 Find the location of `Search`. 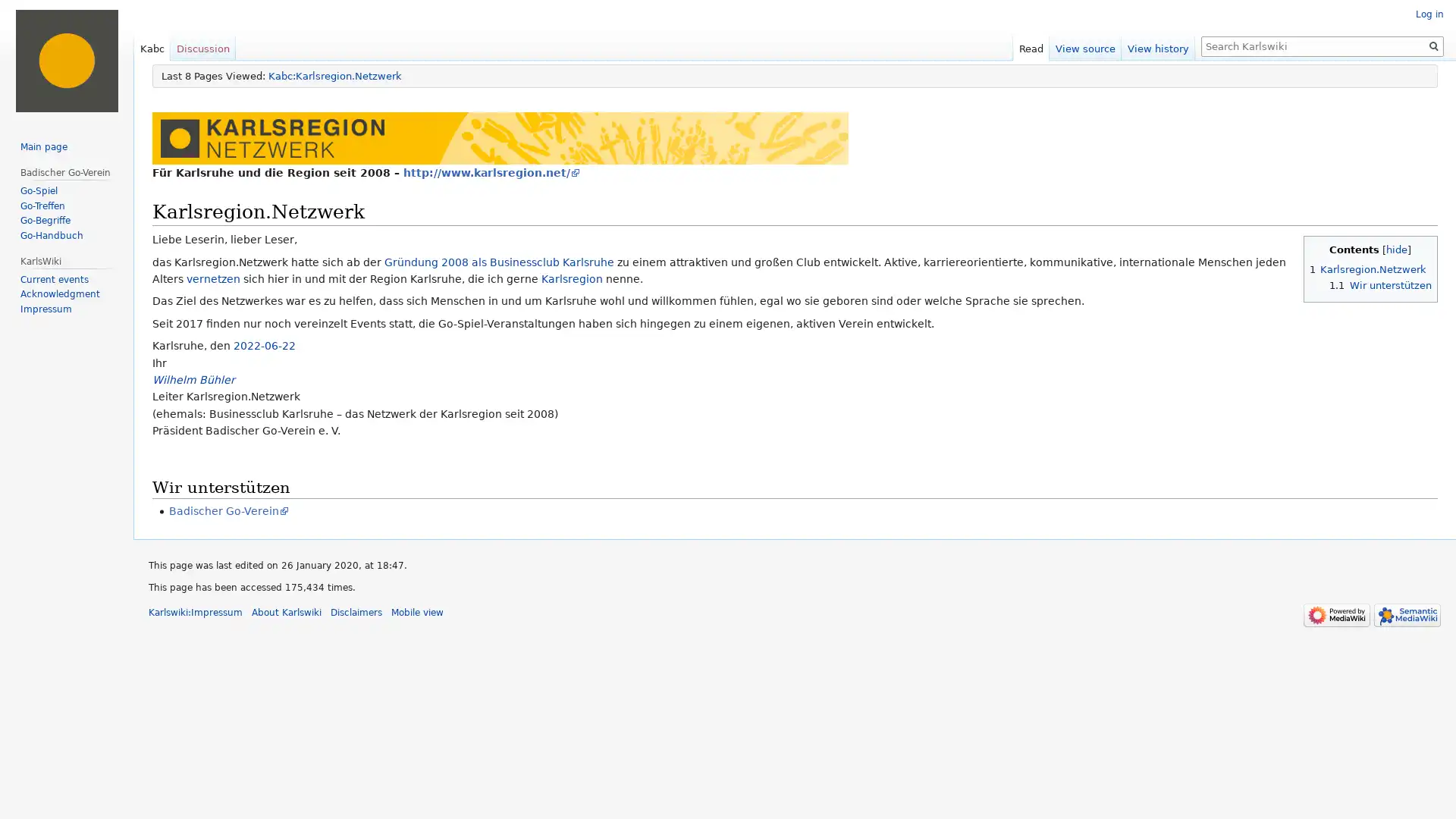

Search is located at coordinates (1433, 45).